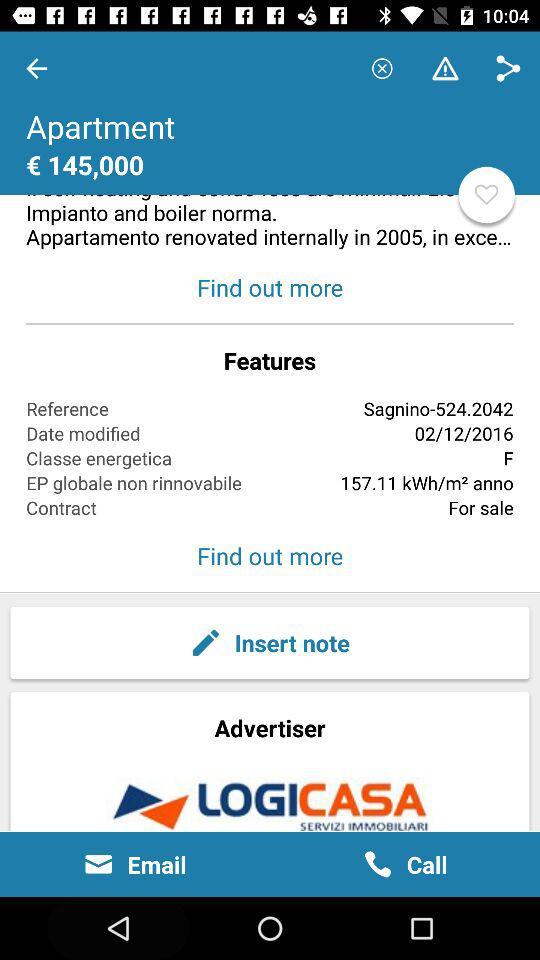 The image size is (540, 960). What do you see at coordinates (36, 68) in the screenshot?
I see `the item at the top left corner` at bounding box center [36, 68].